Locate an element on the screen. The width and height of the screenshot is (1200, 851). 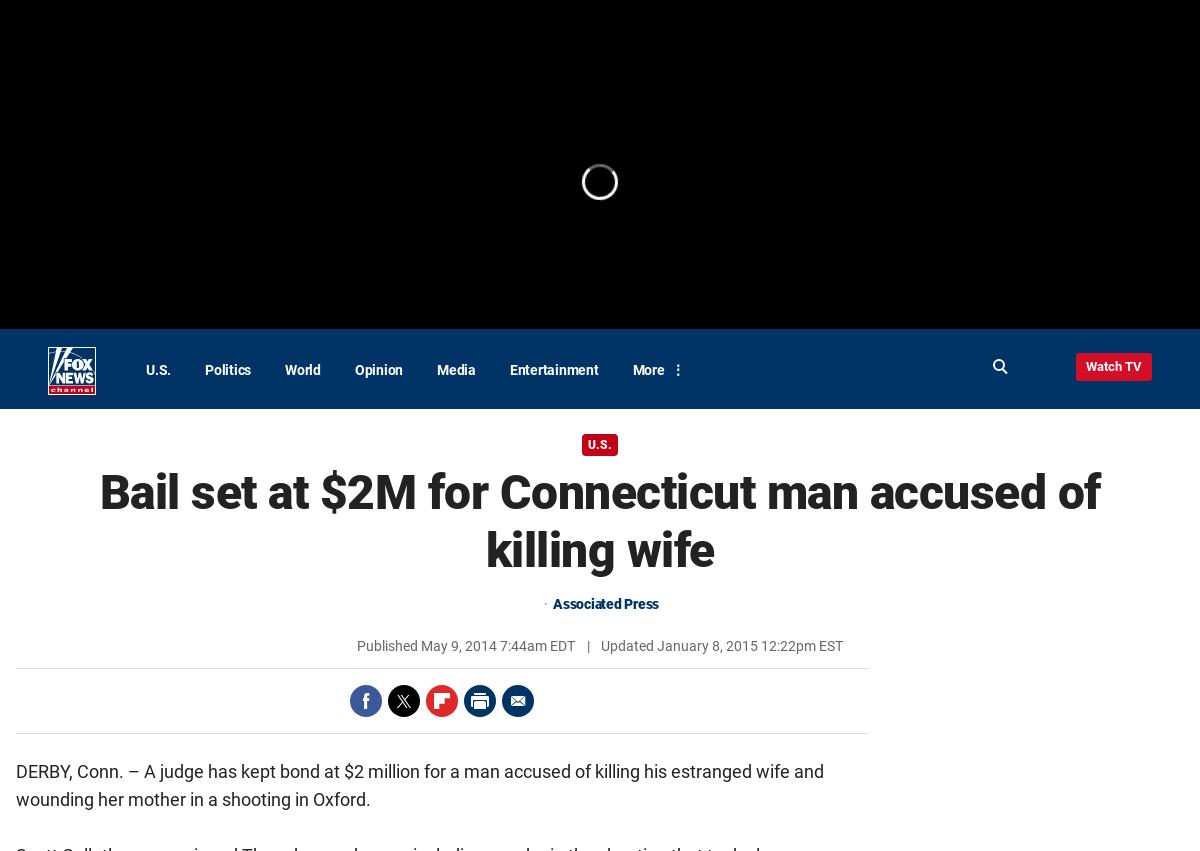
'May 9, 2014 7:44am EDT' is located at coordinates (497, 644).